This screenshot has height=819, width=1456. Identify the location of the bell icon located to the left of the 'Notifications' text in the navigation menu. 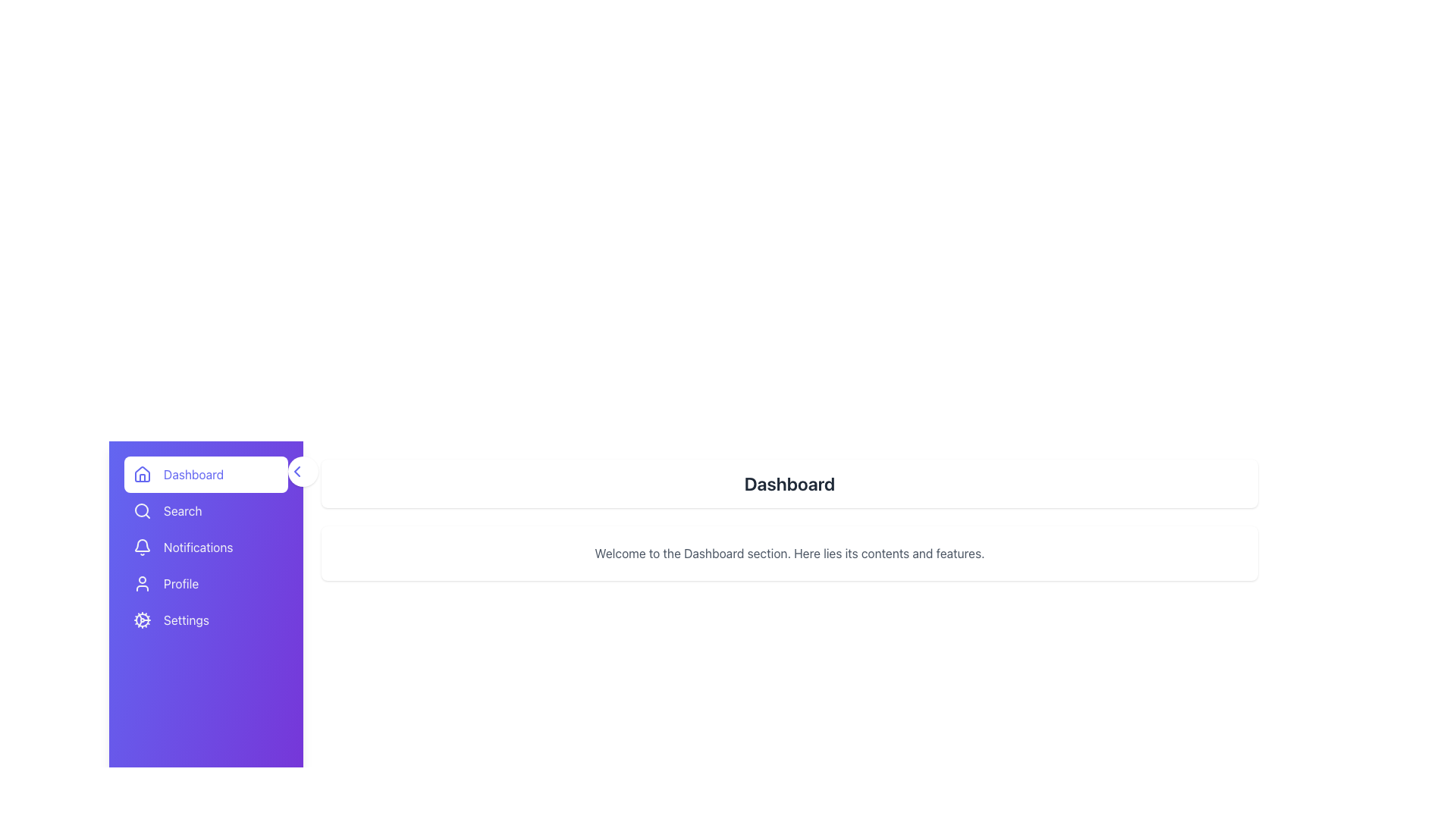
(142, 547).